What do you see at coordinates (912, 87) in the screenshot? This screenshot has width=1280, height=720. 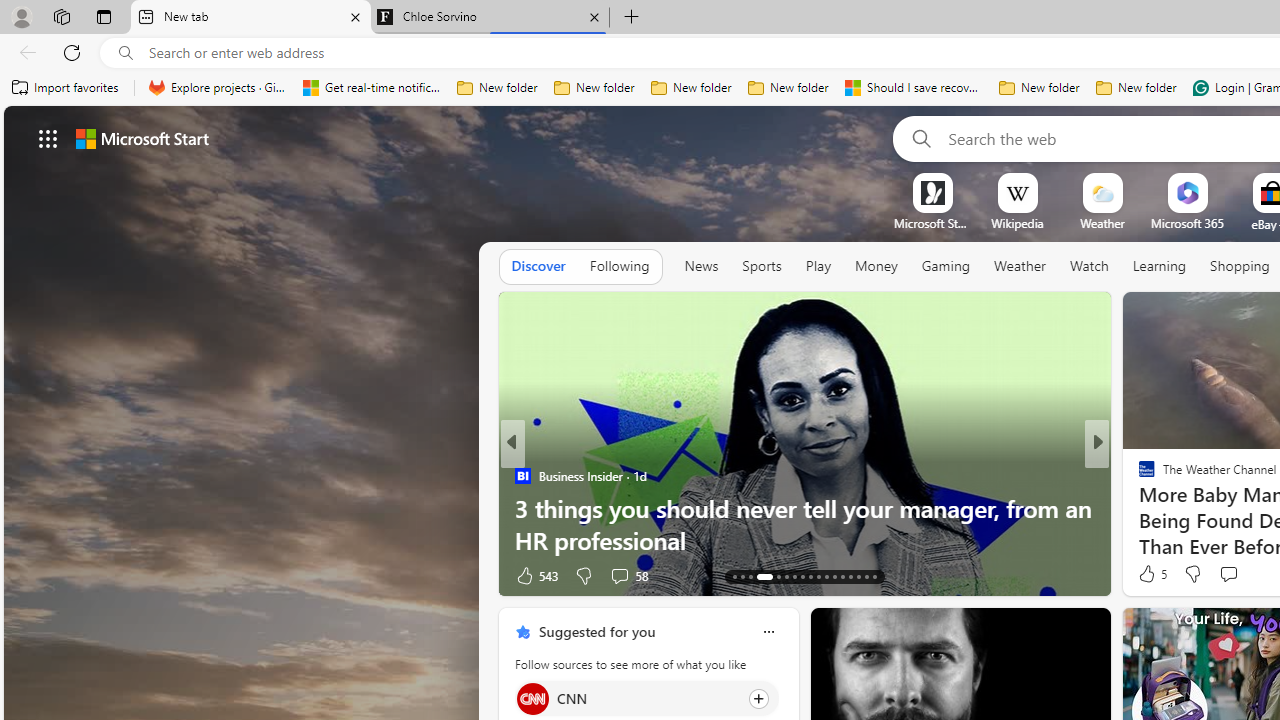 I see `'Should I save recovered Word documents? - Microsoft Support'` at bounding box center [912, 87].